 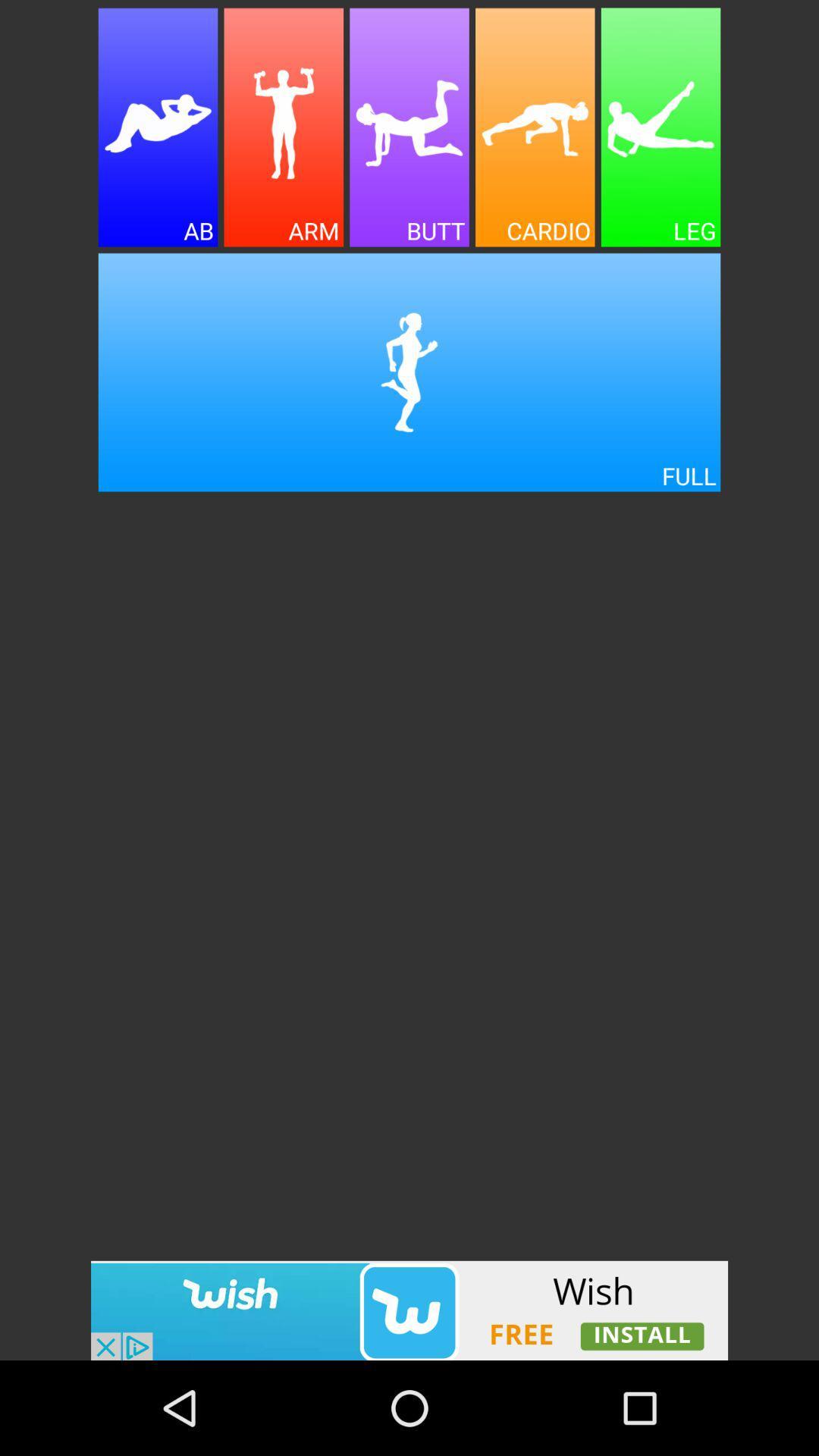 What do you see at coordinates (284, 127) in the screenshot?
I see `arm workouts` at bounding box center [284, 127].